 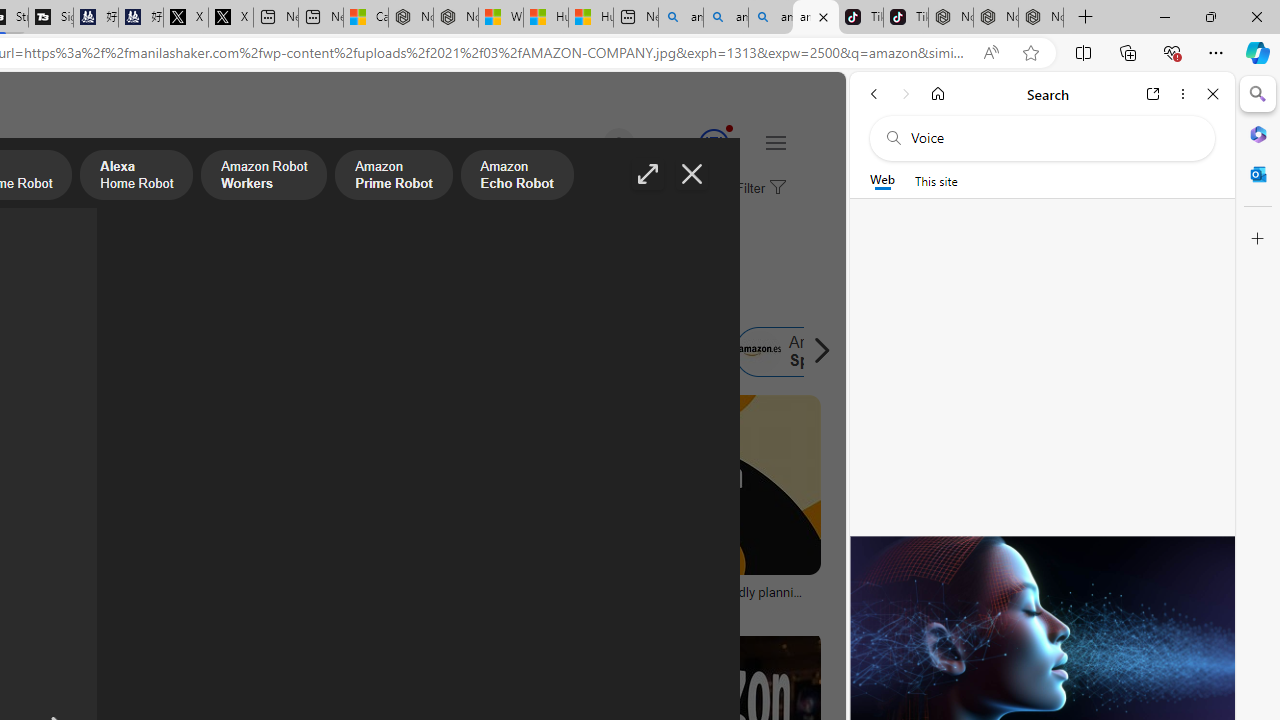 I want to click on 'Customize', so click(x=1257, y=238).